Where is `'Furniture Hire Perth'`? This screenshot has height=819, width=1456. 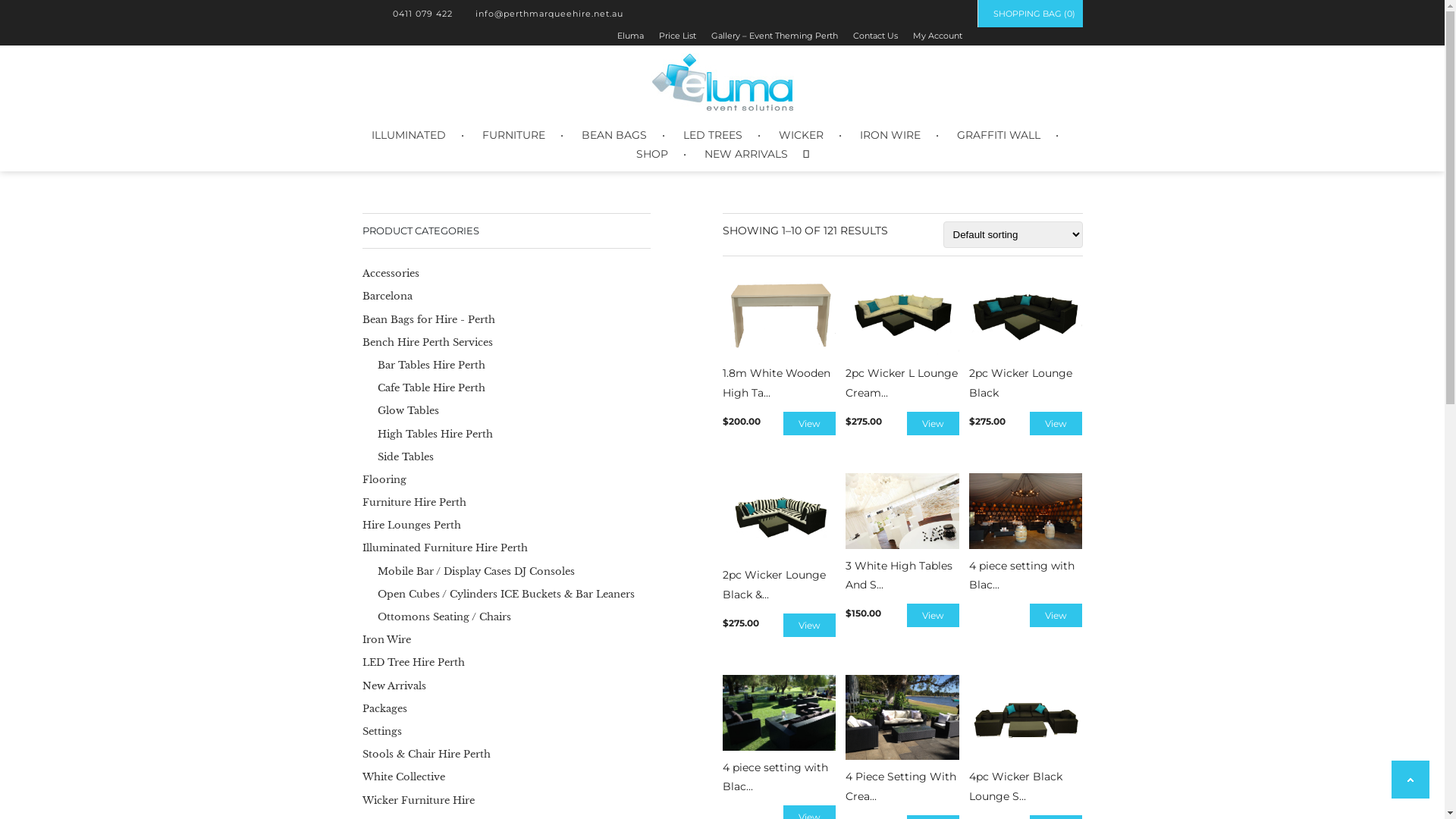
'Furniture Hire Perth' is located at coordinates (414, 502).